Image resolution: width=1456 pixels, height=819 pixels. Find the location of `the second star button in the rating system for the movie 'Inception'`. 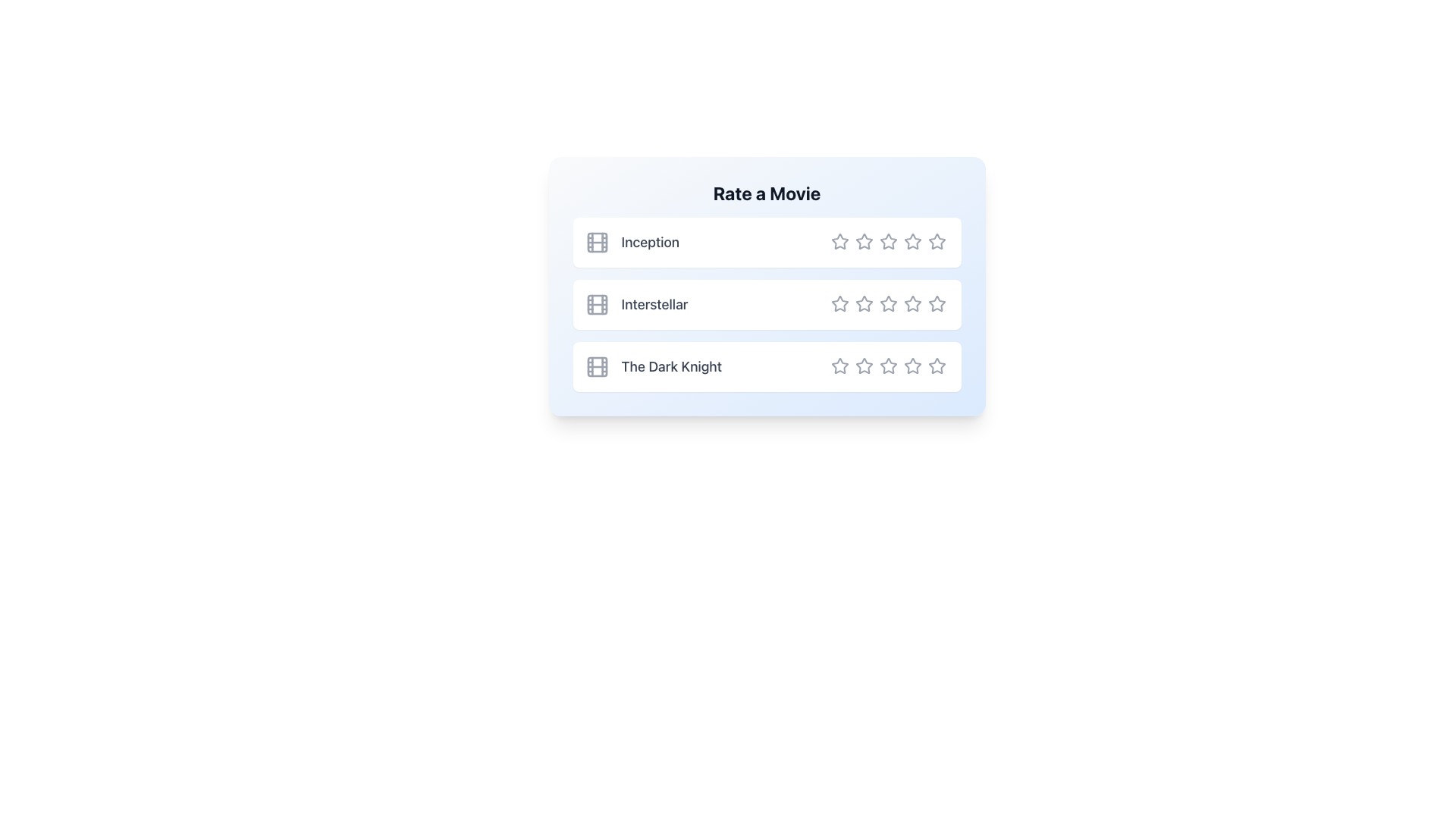

the second star button in the rating system for the movie 'Inception' is located at coordinates (864, 240).